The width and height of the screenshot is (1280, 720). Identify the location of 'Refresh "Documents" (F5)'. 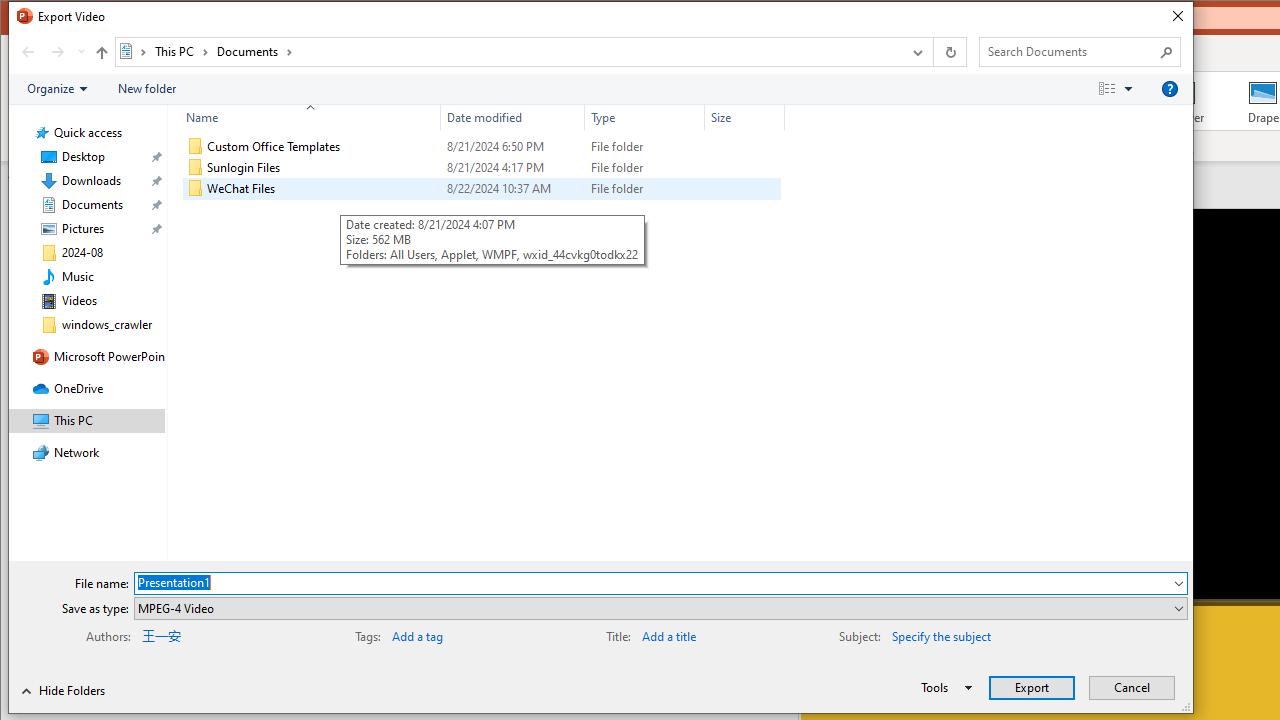
(948, 50).